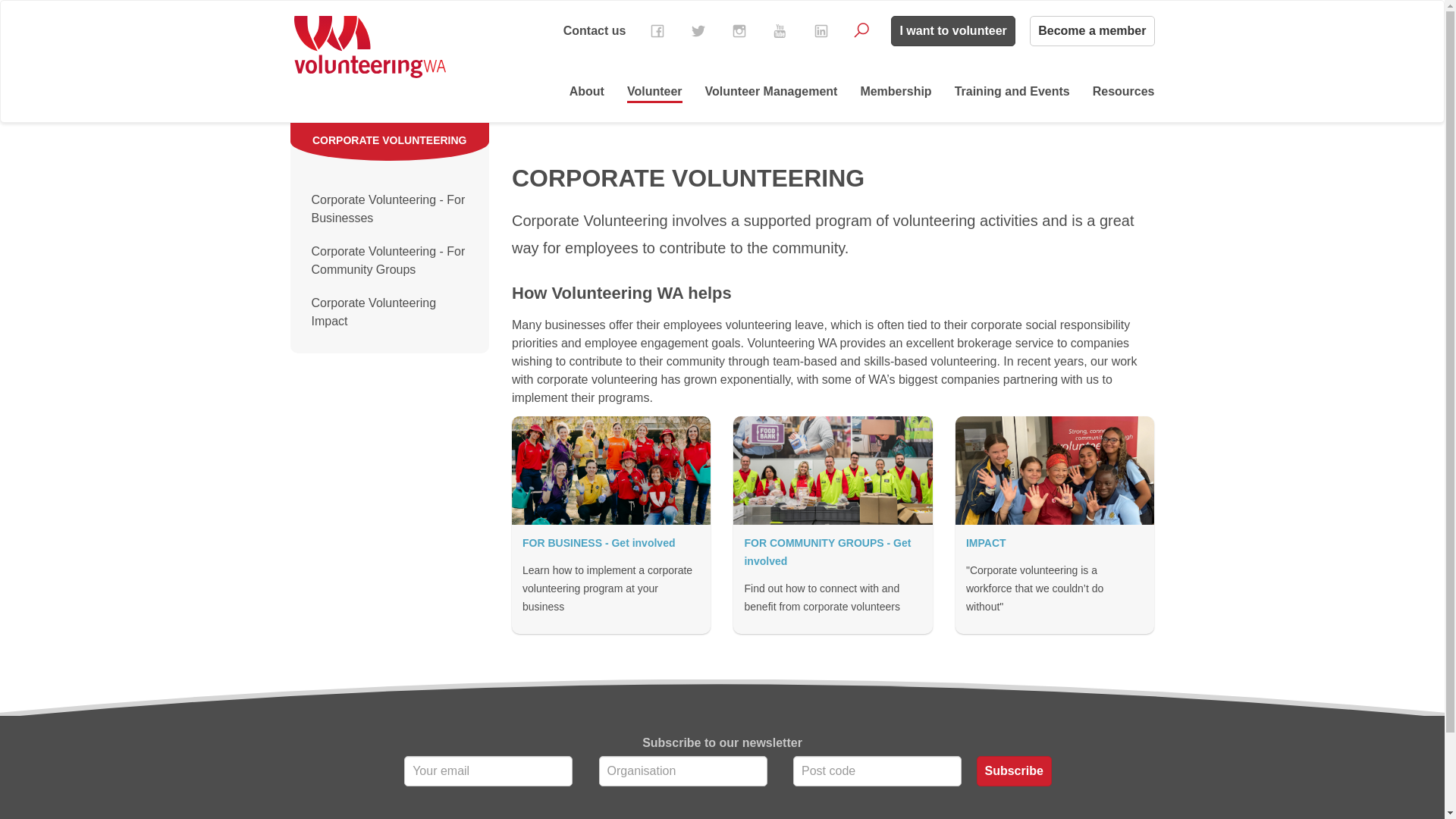  What do you see at coordinates (389, 312) in the screenshot?
I see `'Corporate Volunteering Impact'` at bounding box center [389, 312].